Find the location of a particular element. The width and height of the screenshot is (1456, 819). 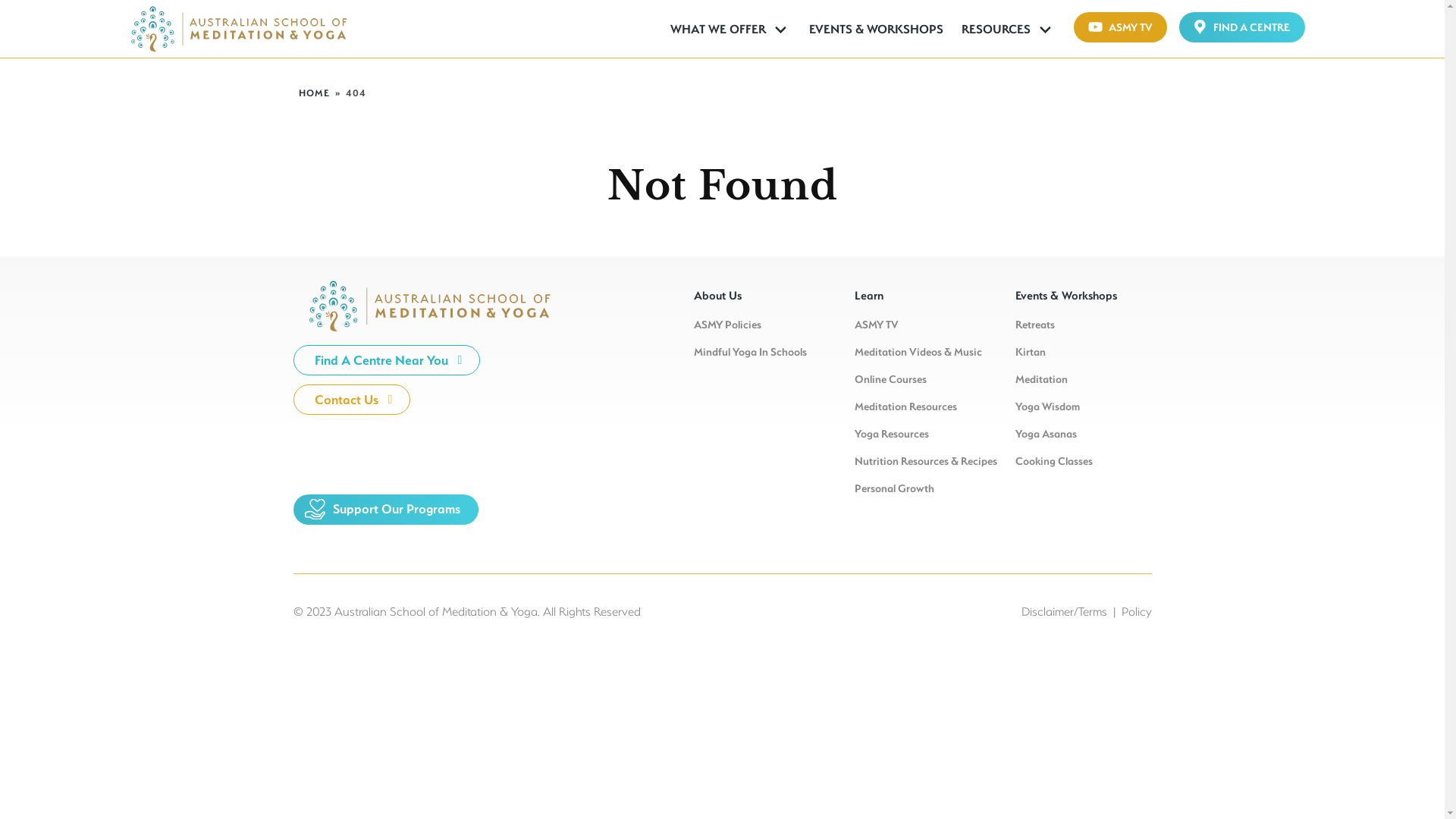

'FIND A CENTRE' is located at coordinates (1241, 27).